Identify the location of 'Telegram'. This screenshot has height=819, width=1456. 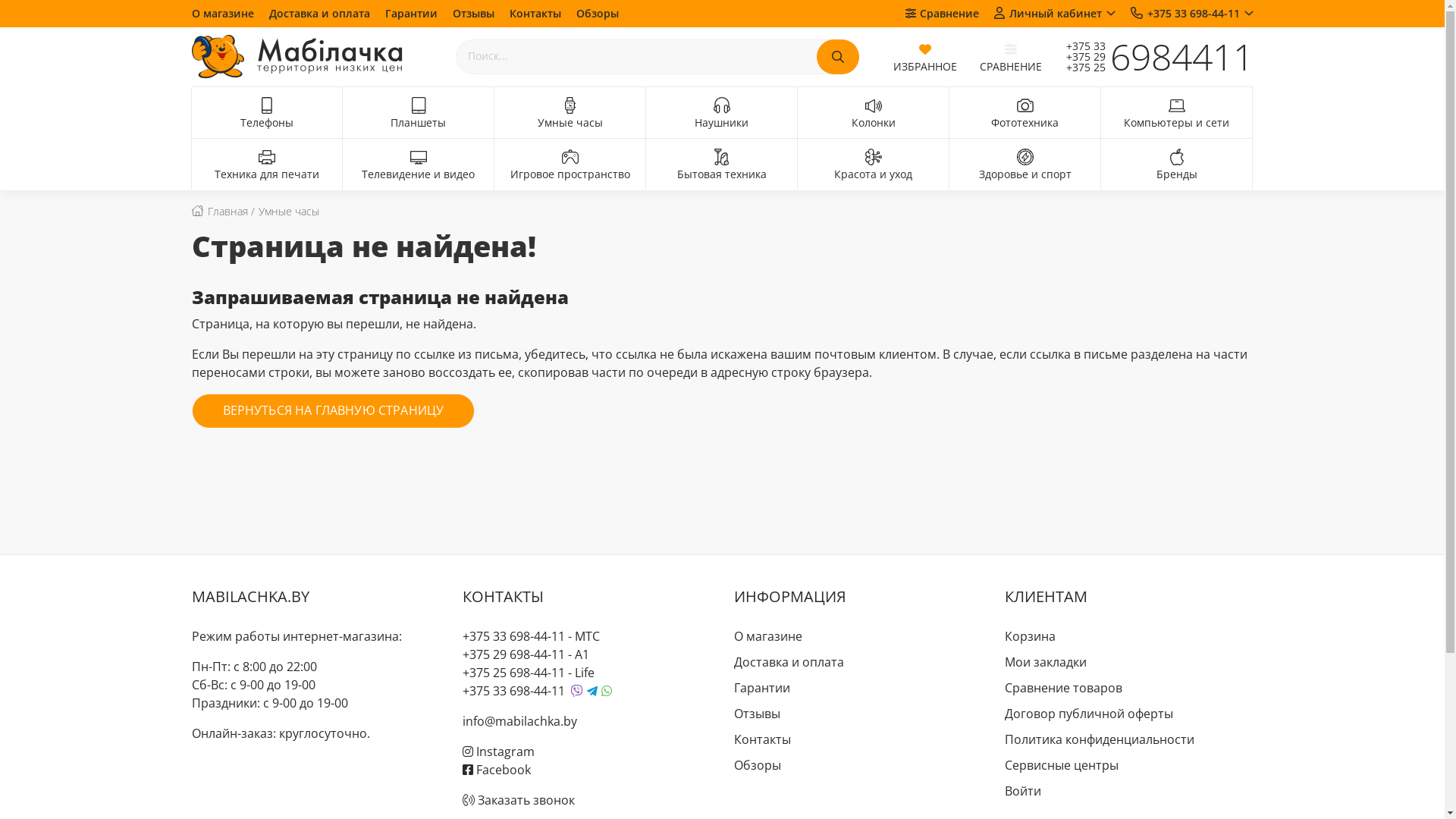
(591, 691).